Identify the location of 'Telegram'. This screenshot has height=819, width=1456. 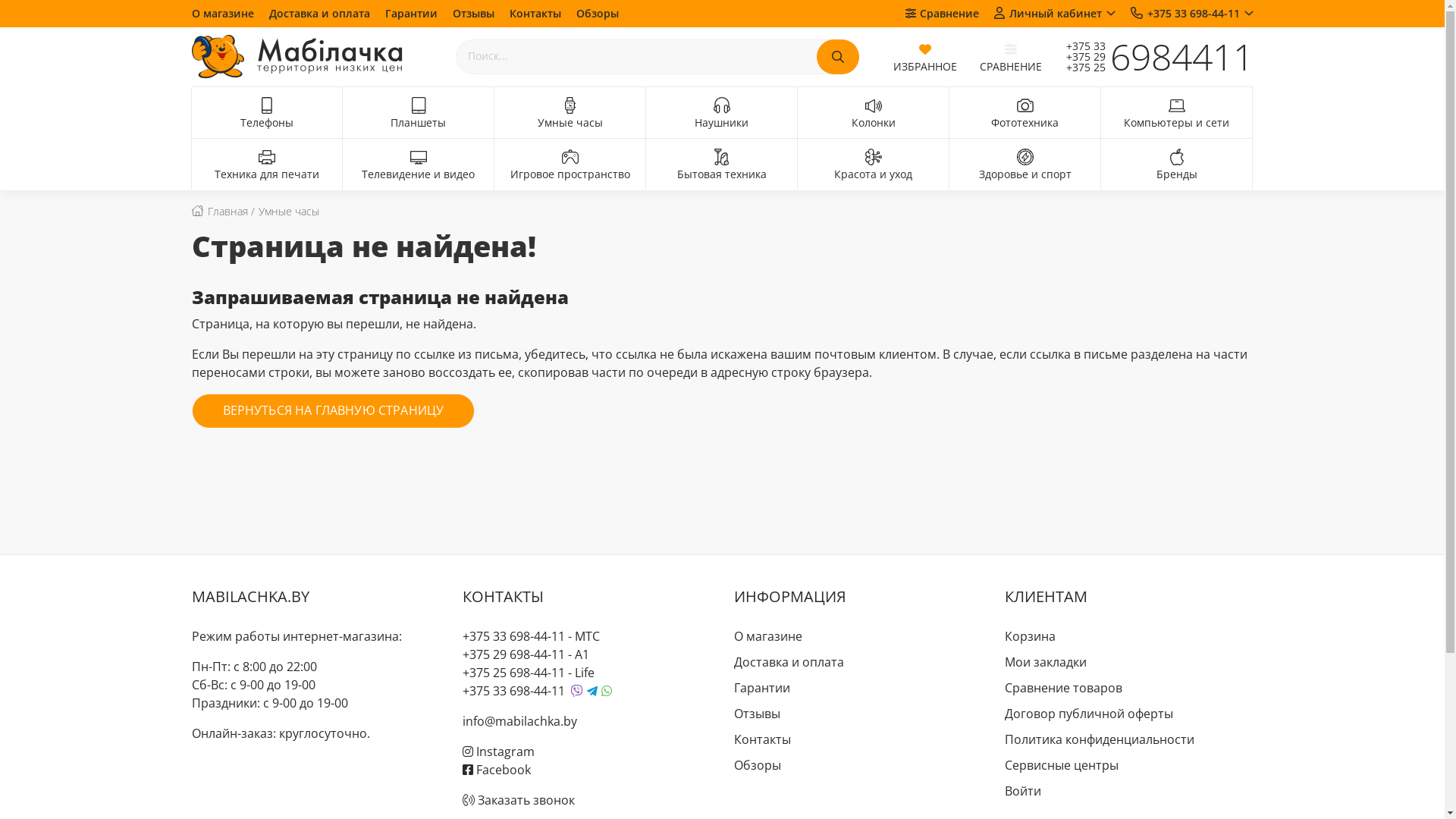
(591, 691).